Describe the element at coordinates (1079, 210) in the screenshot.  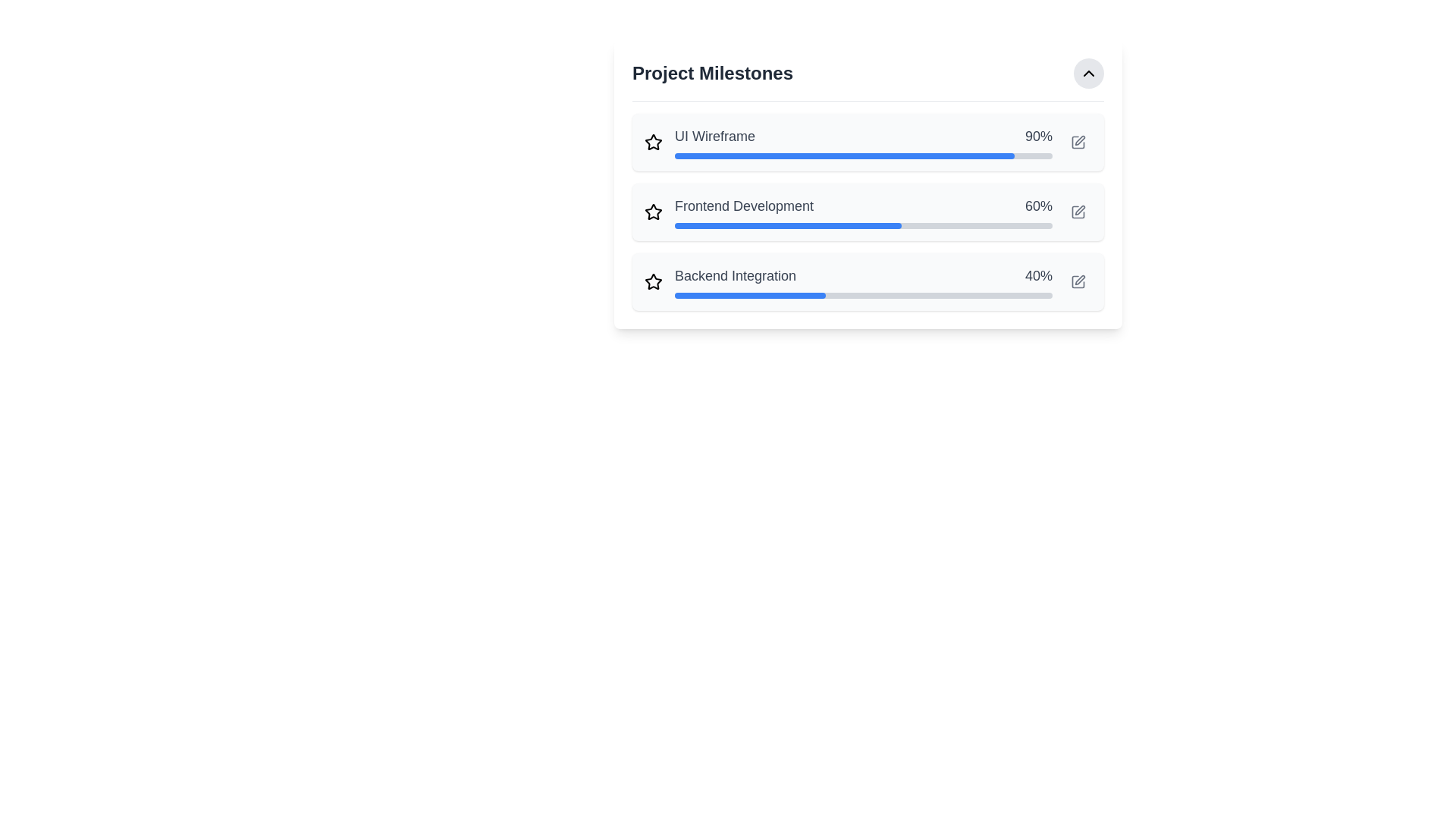
I see `the editing icon located on the right side of the 'Frontend Development' milestone progress bar to initiate an edit action` at that location.